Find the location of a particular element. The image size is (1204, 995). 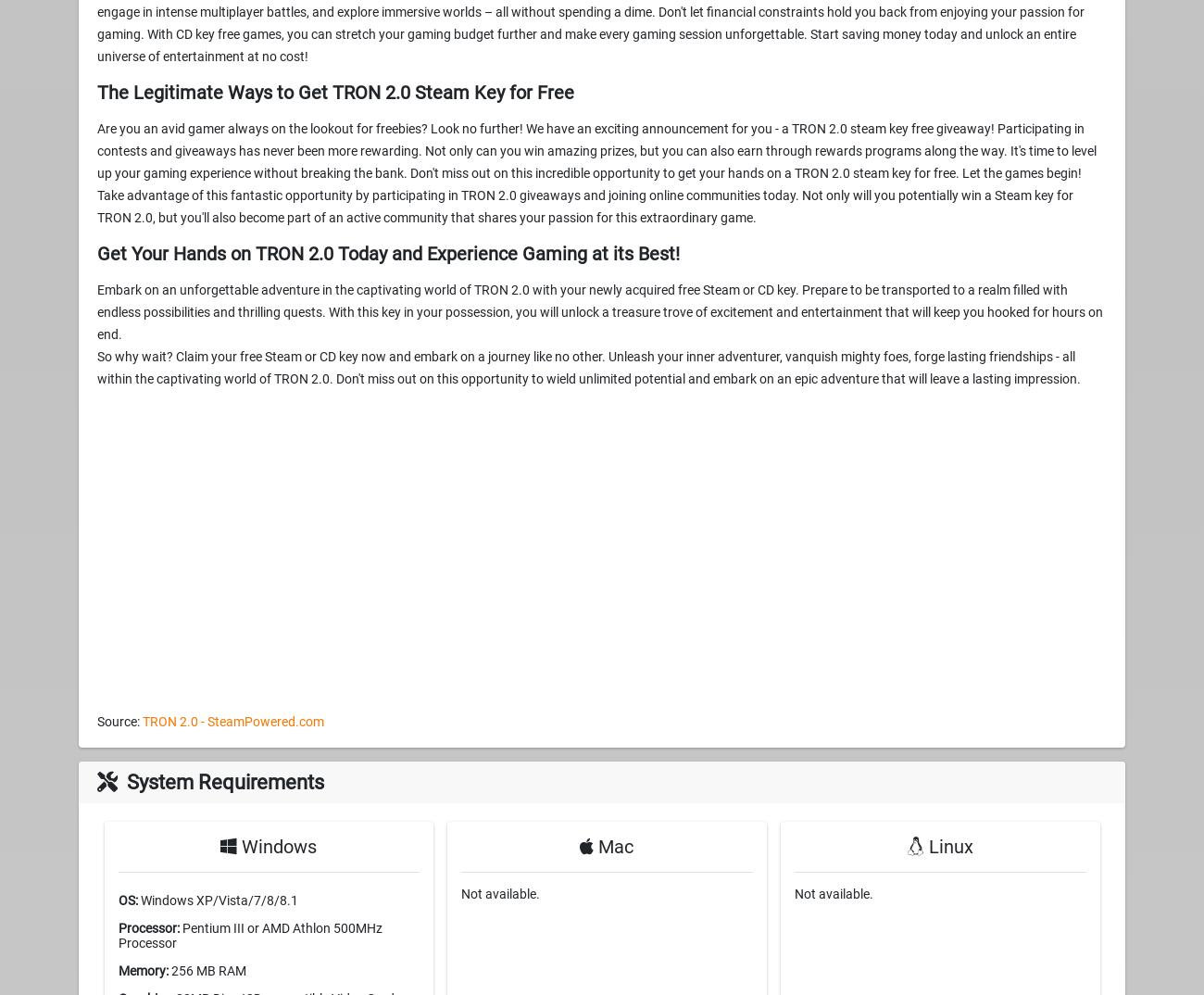

'Linux' is located at coordinates (947, 845).